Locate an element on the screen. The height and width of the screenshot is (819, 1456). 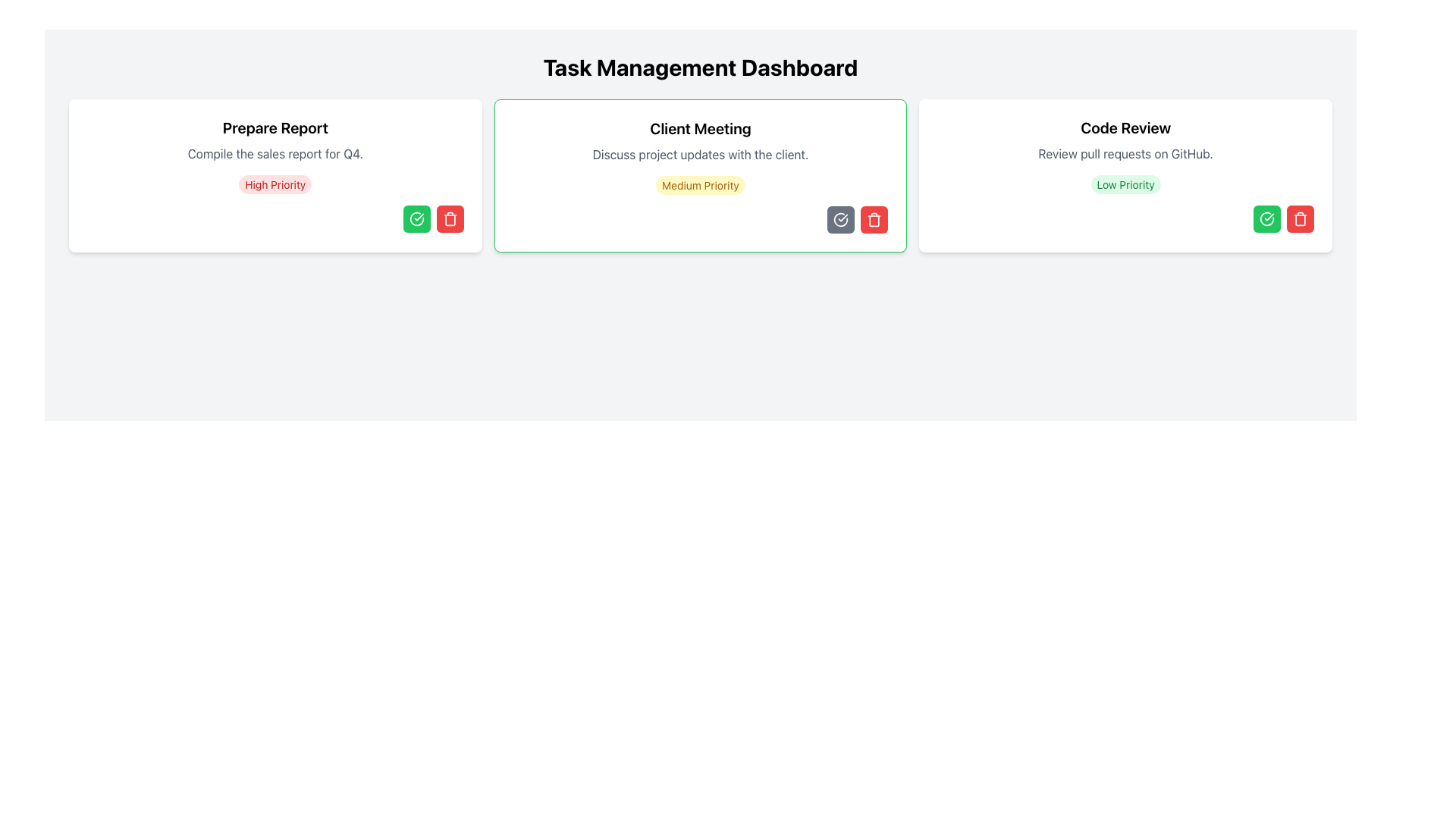
the green button with a checkmark icon located in the bottom-right corner of the 'Code Review' task card is located at coordinates (1266, 219).